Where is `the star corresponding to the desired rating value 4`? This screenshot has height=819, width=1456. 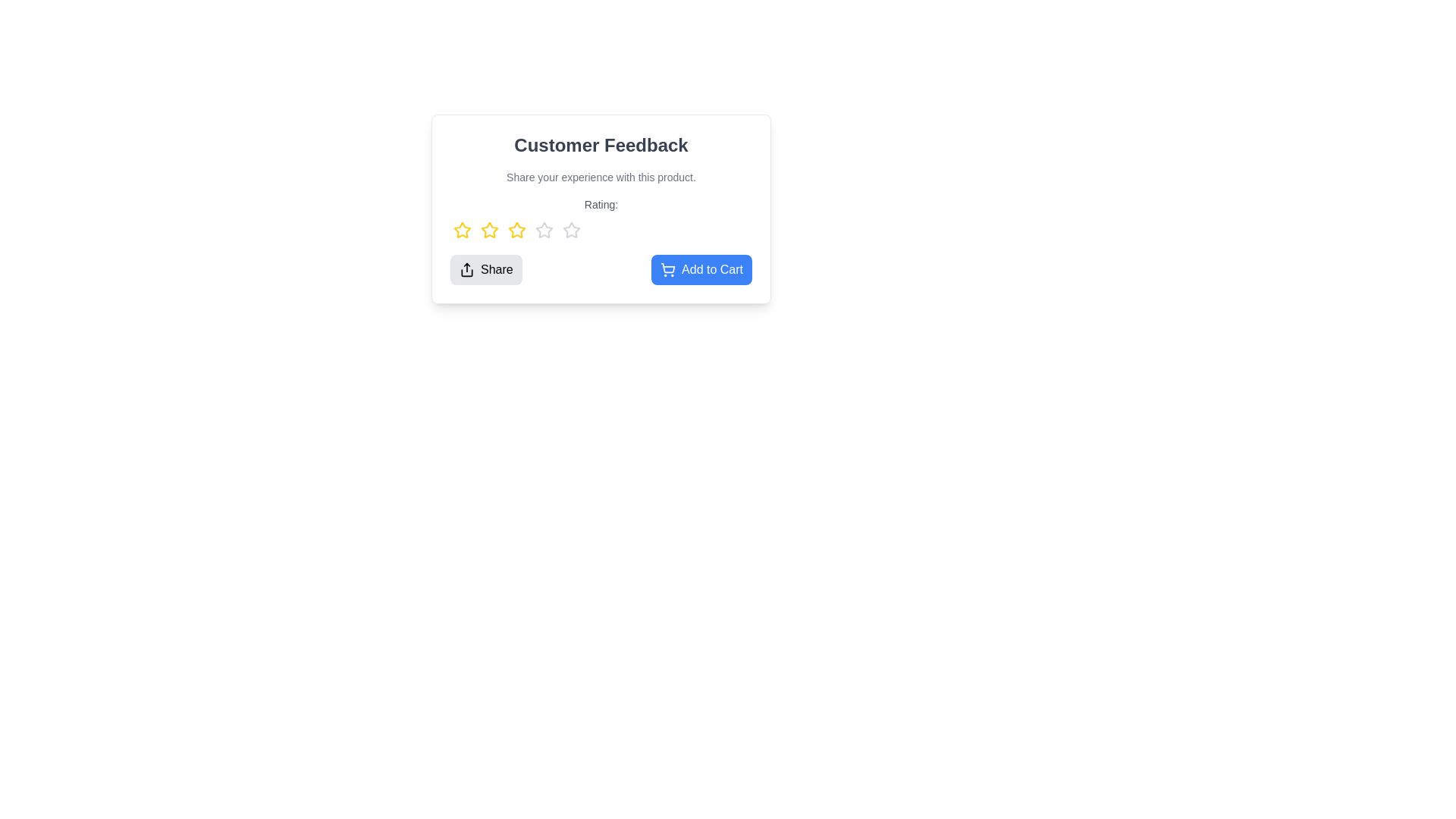
the star corresponding to the desired rating value 4 is located at coordinates (544, 231).